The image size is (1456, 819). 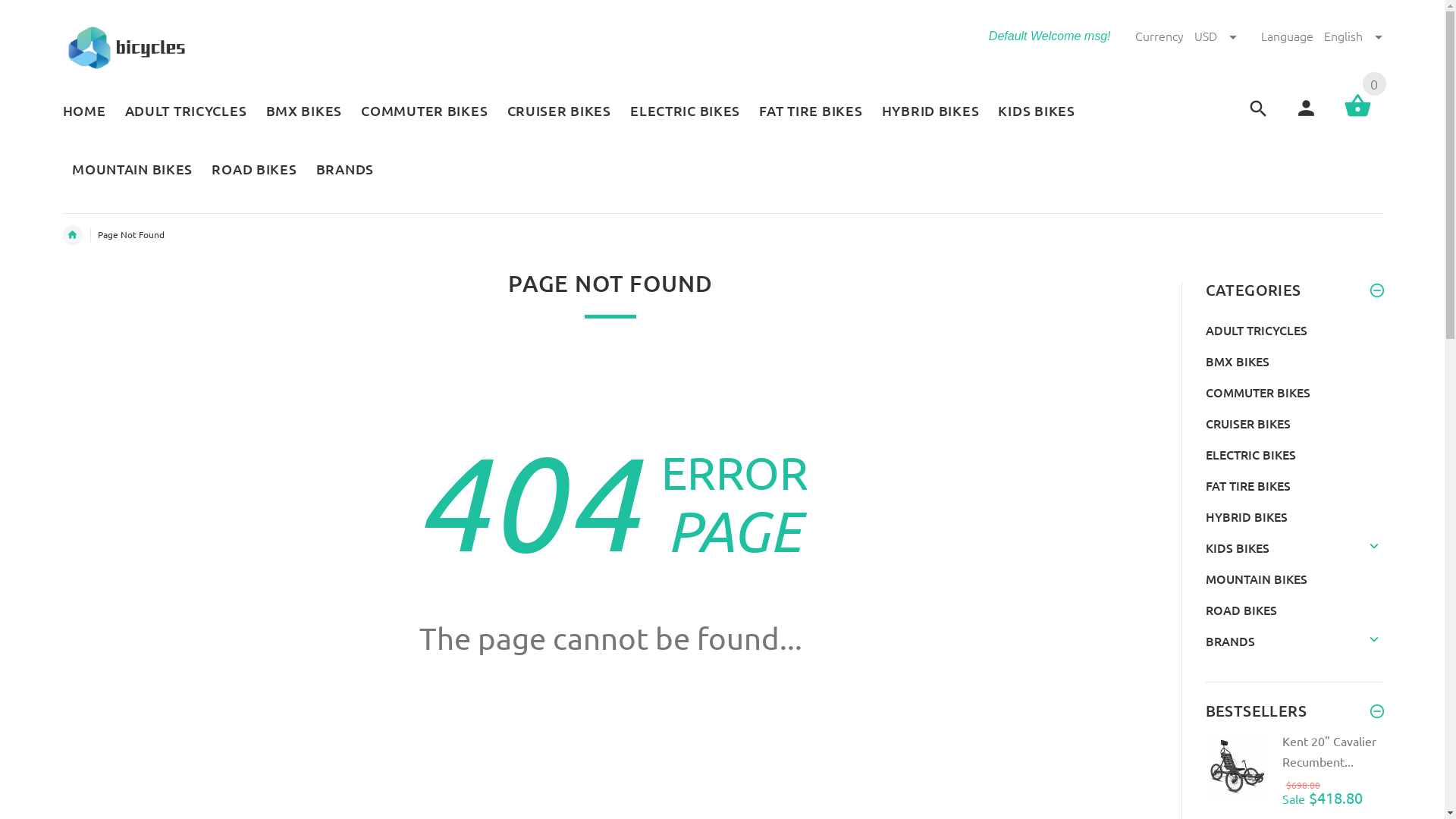 What do you see at coordinates (339, 171) in the screenshot?
I see `'BRANDS'` at bounding box center [339, 171].